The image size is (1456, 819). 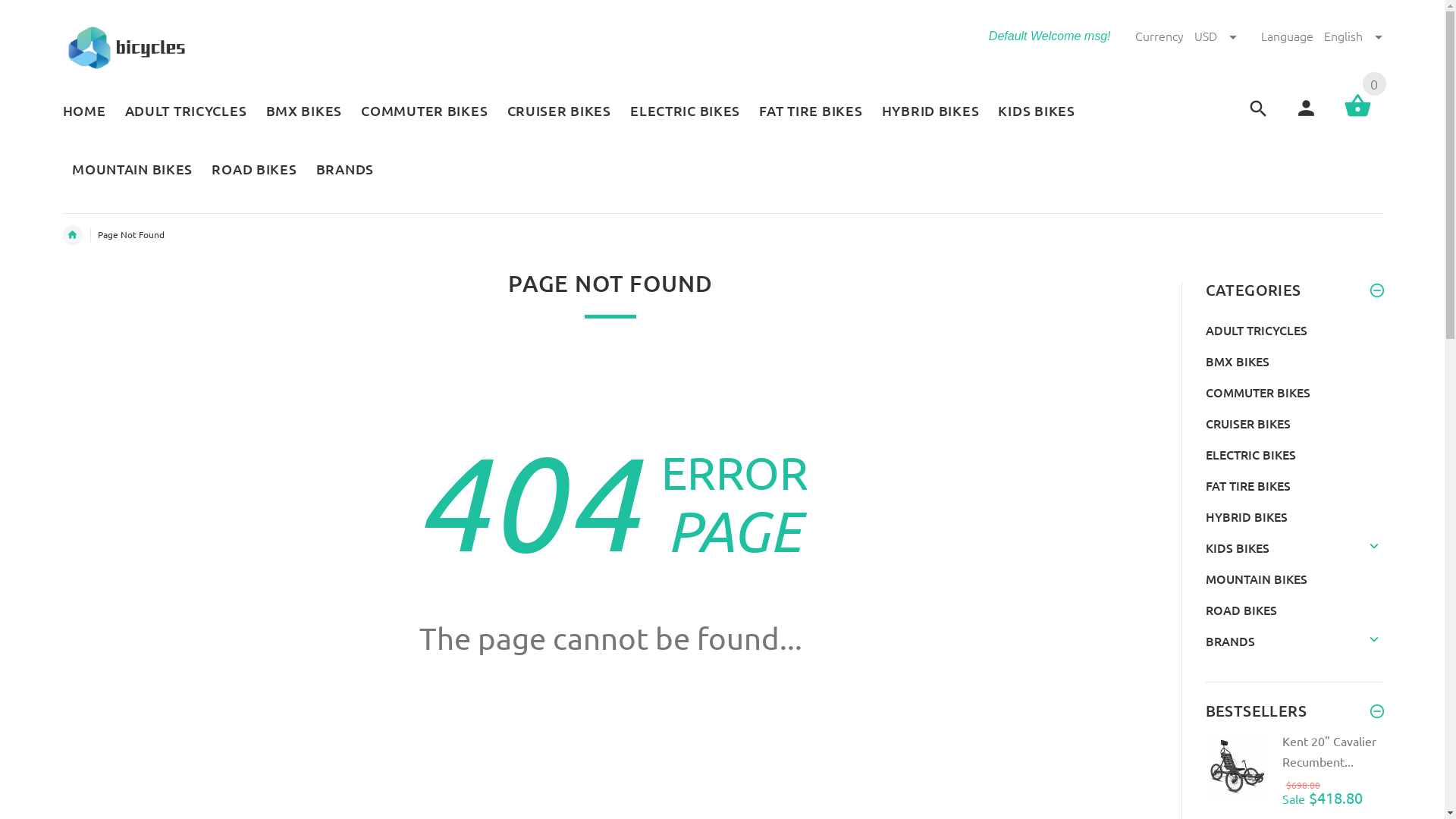 What do you see at coordinates (339, 171) in the screenshot?
I see `'BRANDS'` at bounding box center [339, 171].